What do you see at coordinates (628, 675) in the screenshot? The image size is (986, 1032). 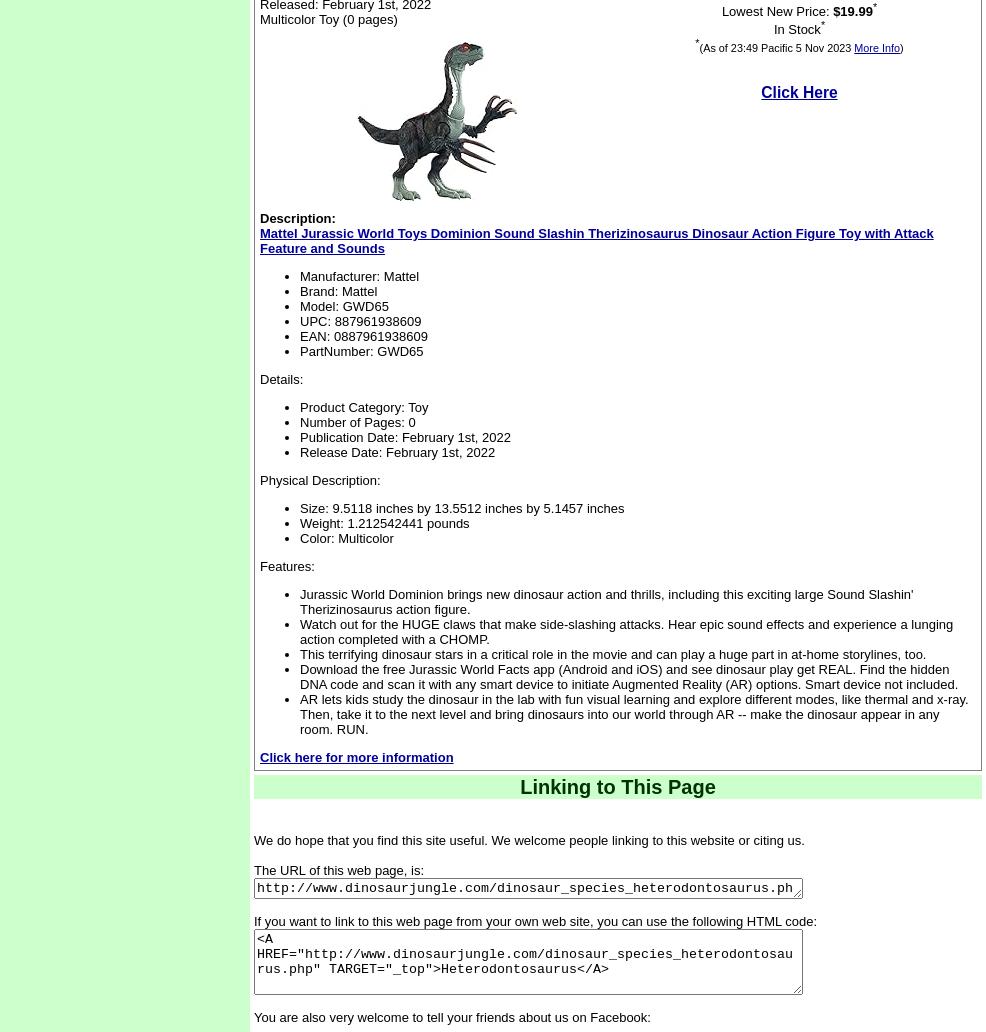 I see `'Download the free Jurassic World Facts app (Android and iOS) and see dinosaur play get REAL. Find the hidden DNA code and scan it with any smart device to initiate Augmented Reality (AR) options. Smart device not included.'` at bounding box center [628, 675].